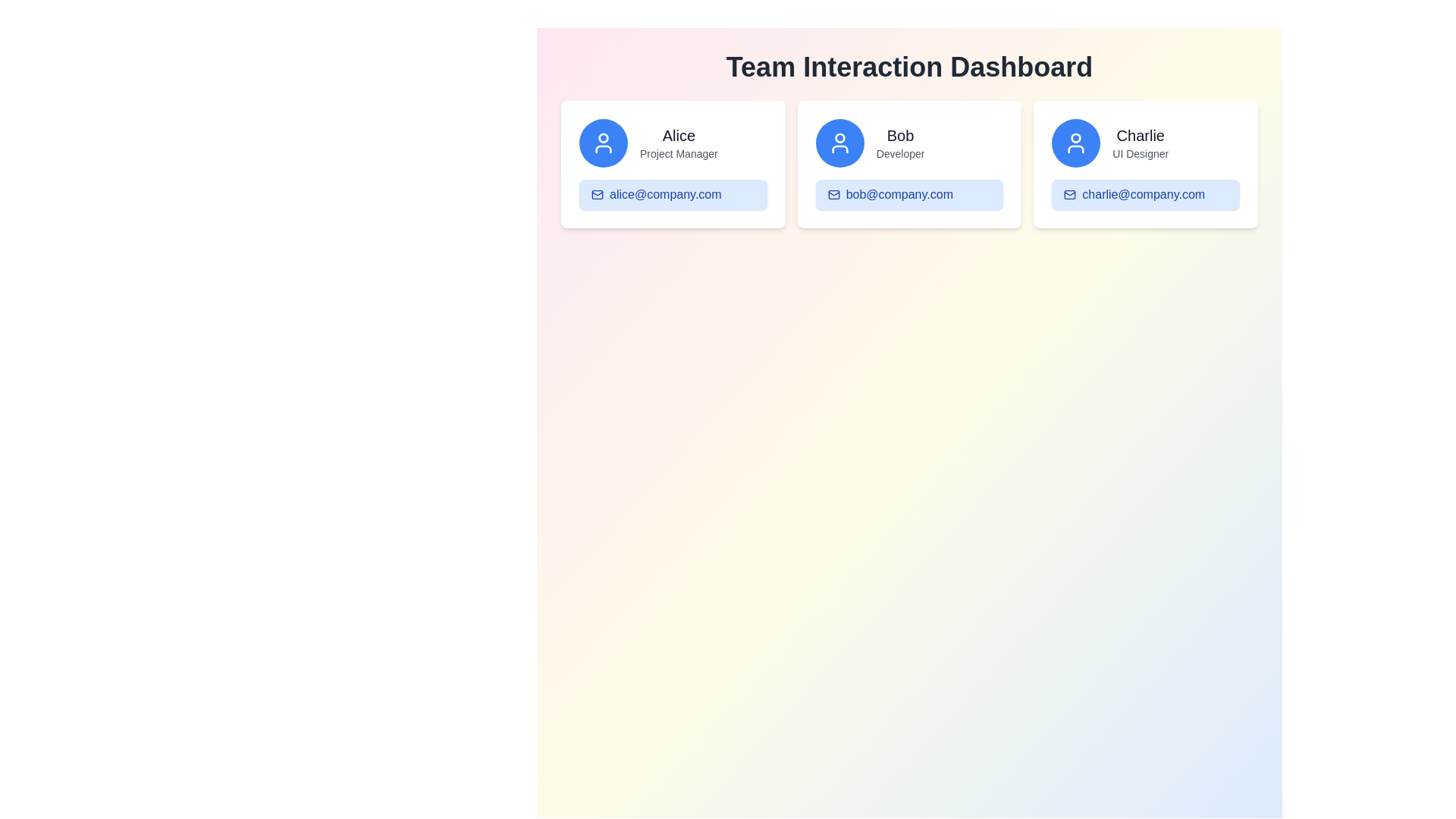  I want to click on the text block containing the bold label 'Charlie' and the smaller text 'UI Designer', located in the third panel under the 'Team Interaction Dashboard', so click(1146, 143).